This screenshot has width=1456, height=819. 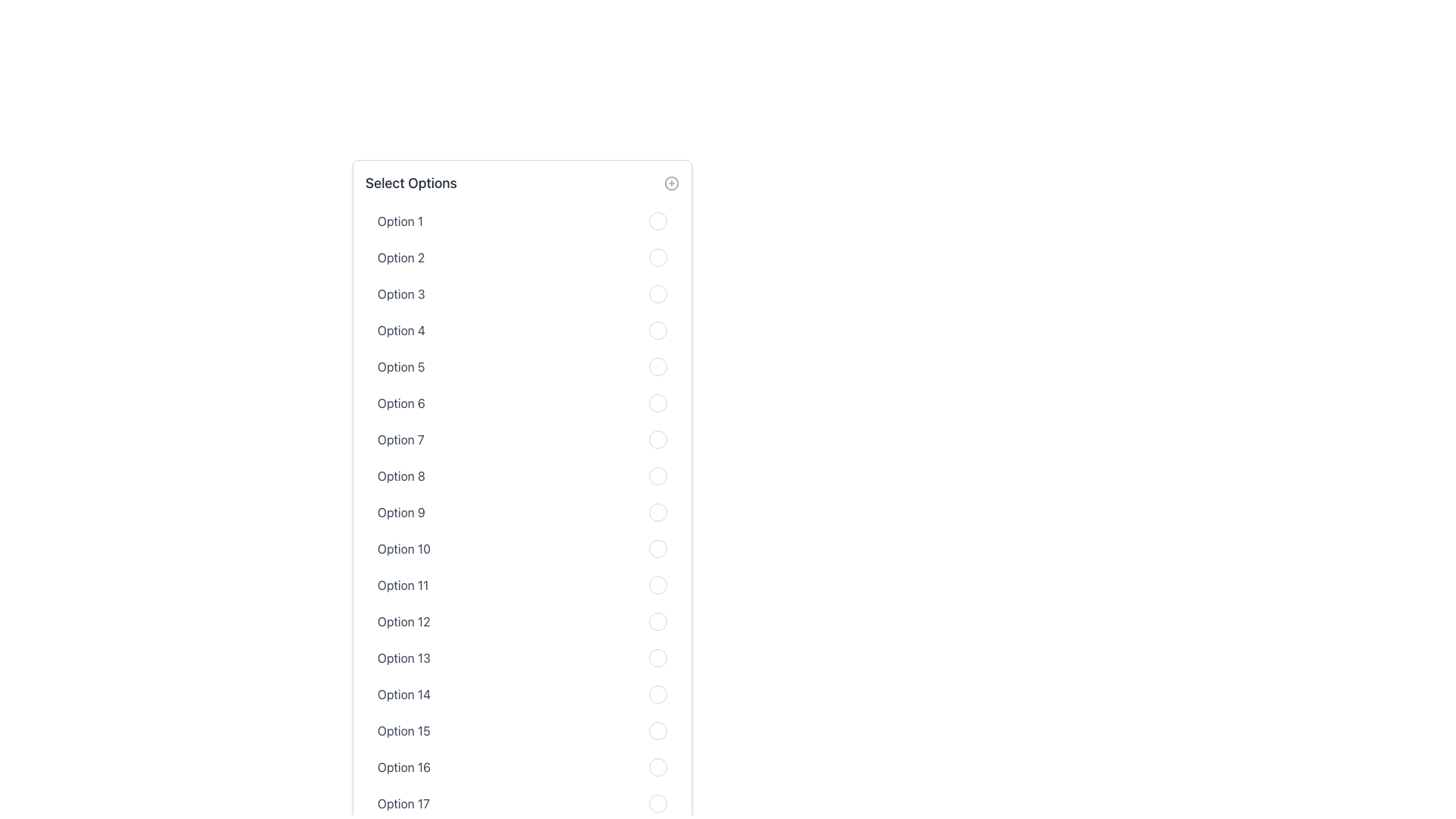 What do you see at coordinates (658, 439) in the screenshot?
I see `the circular radio button indicator located to the right of the text 'Option 7'` at bounding box center [658, 439].